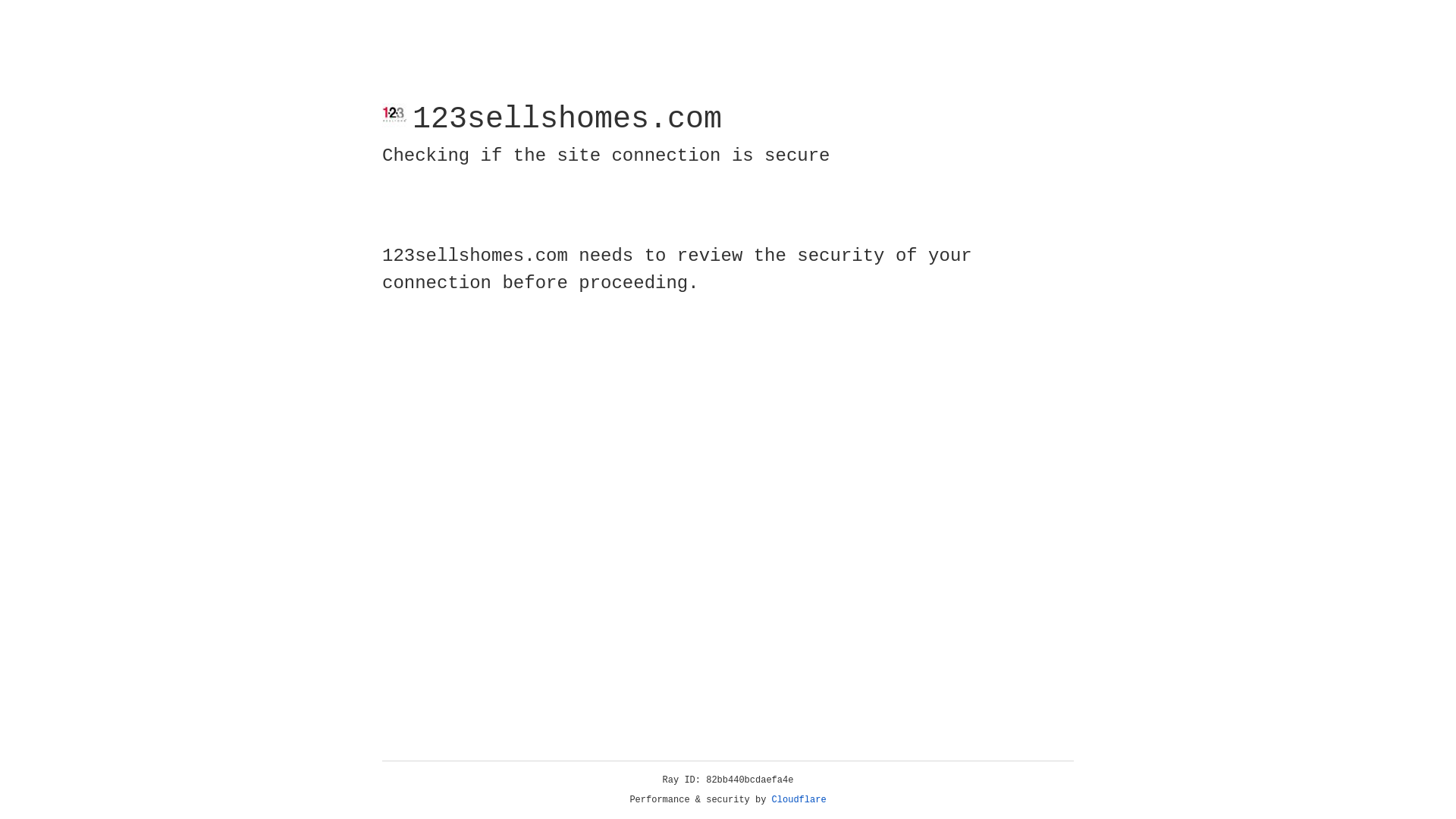 This screenshot has height=819, width=1456. What do you see at coordinates (771, 799) in the screenshot?
I see `'Cloudflare'` at bounding box center [771, 799].